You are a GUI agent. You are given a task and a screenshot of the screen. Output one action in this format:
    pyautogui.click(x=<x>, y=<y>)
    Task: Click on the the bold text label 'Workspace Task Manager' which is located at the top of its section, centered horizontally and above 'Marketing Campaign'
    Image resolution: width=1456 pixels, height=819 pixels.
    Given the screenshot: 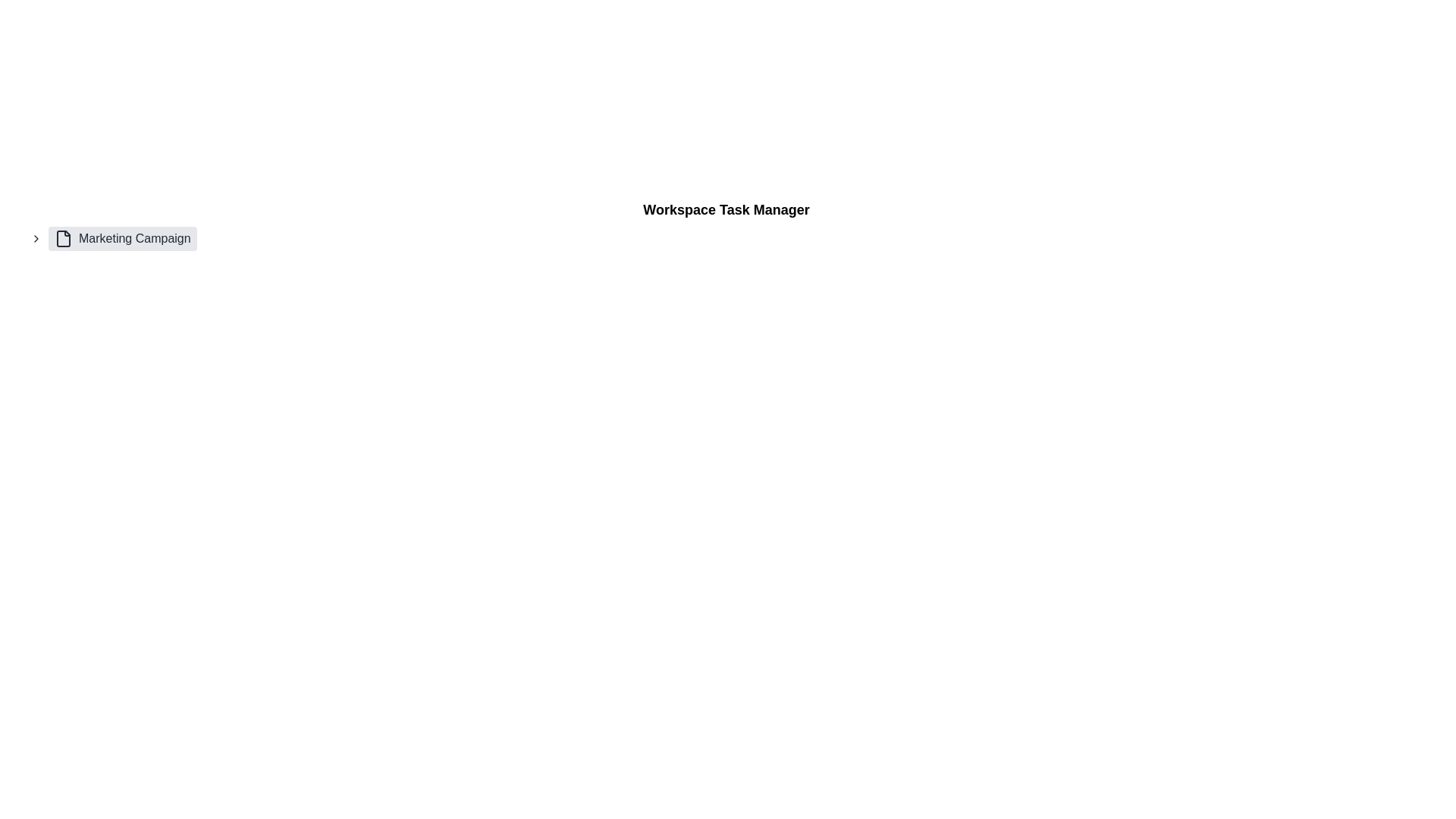 What is the action you would take?
    pyautogui.click(x=726, y=210)
    